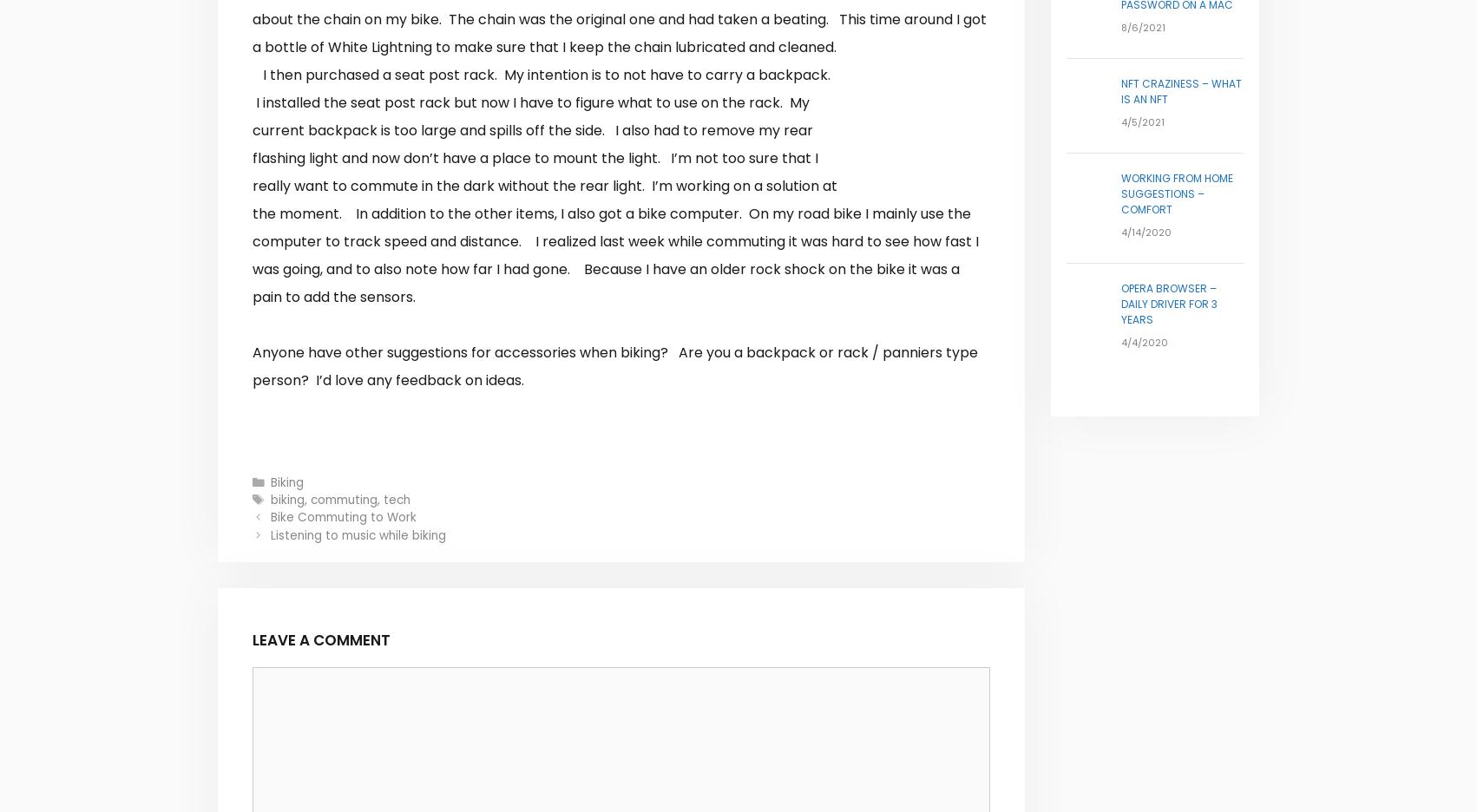 This screenshot has width=1477, height=812. I want to click on 'Bike Commuting to Work', so click(344, 517).